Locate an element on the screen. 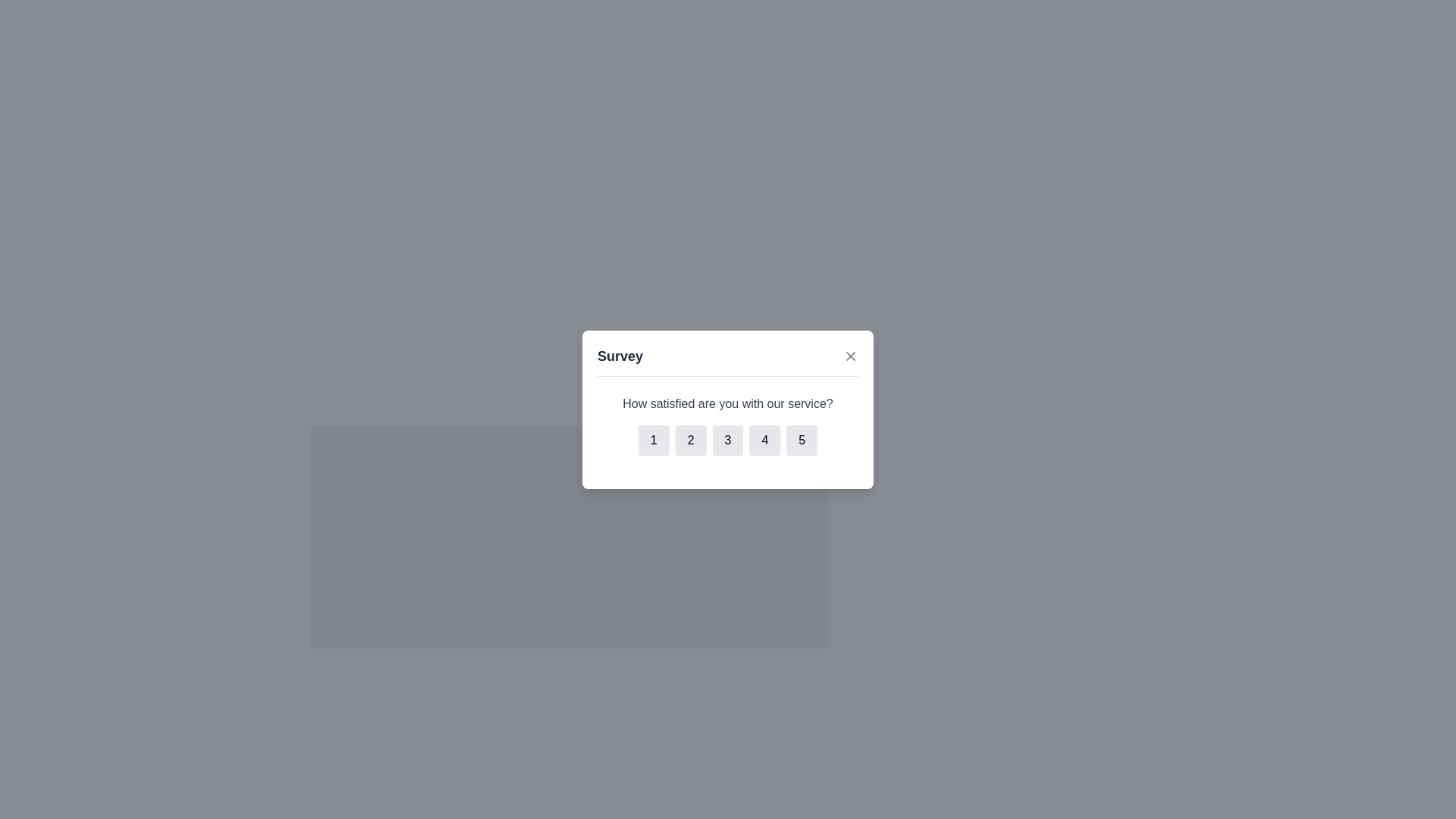  the modal dialog box is located at coordinates (728, 409).